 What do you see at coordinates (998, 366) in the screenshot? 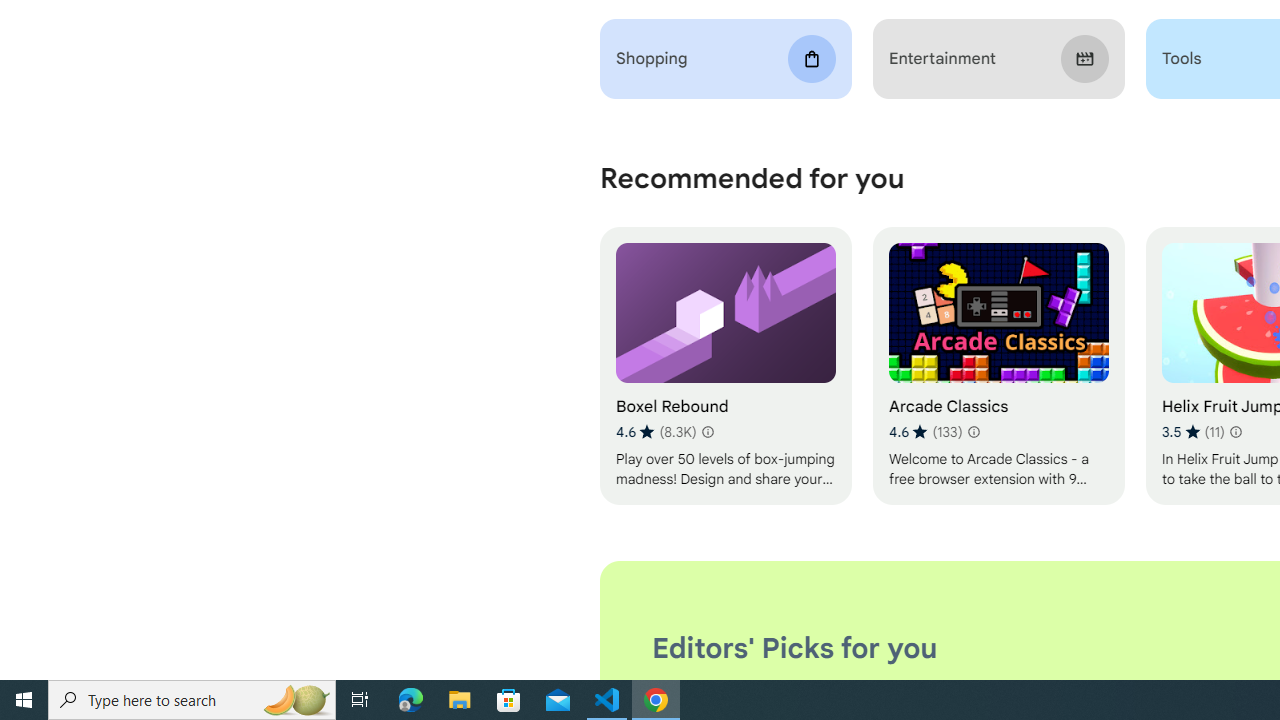
I see `'Arcade Classics'` at bounding box center [998, 366].